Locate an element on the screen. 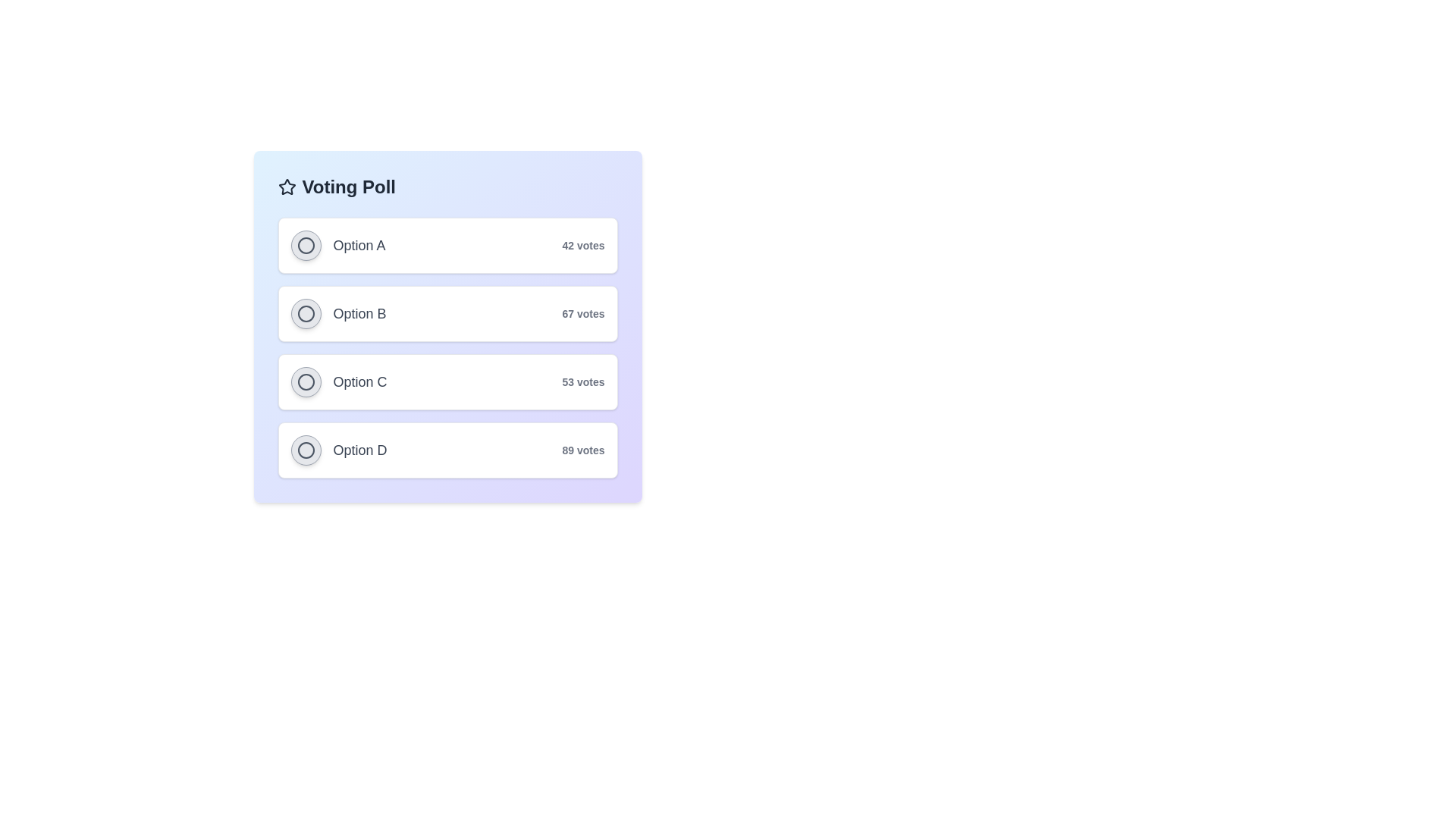  the radio button adjacent to the text 'Option C' in the voting poll interface is located at coordinates (305, 381).